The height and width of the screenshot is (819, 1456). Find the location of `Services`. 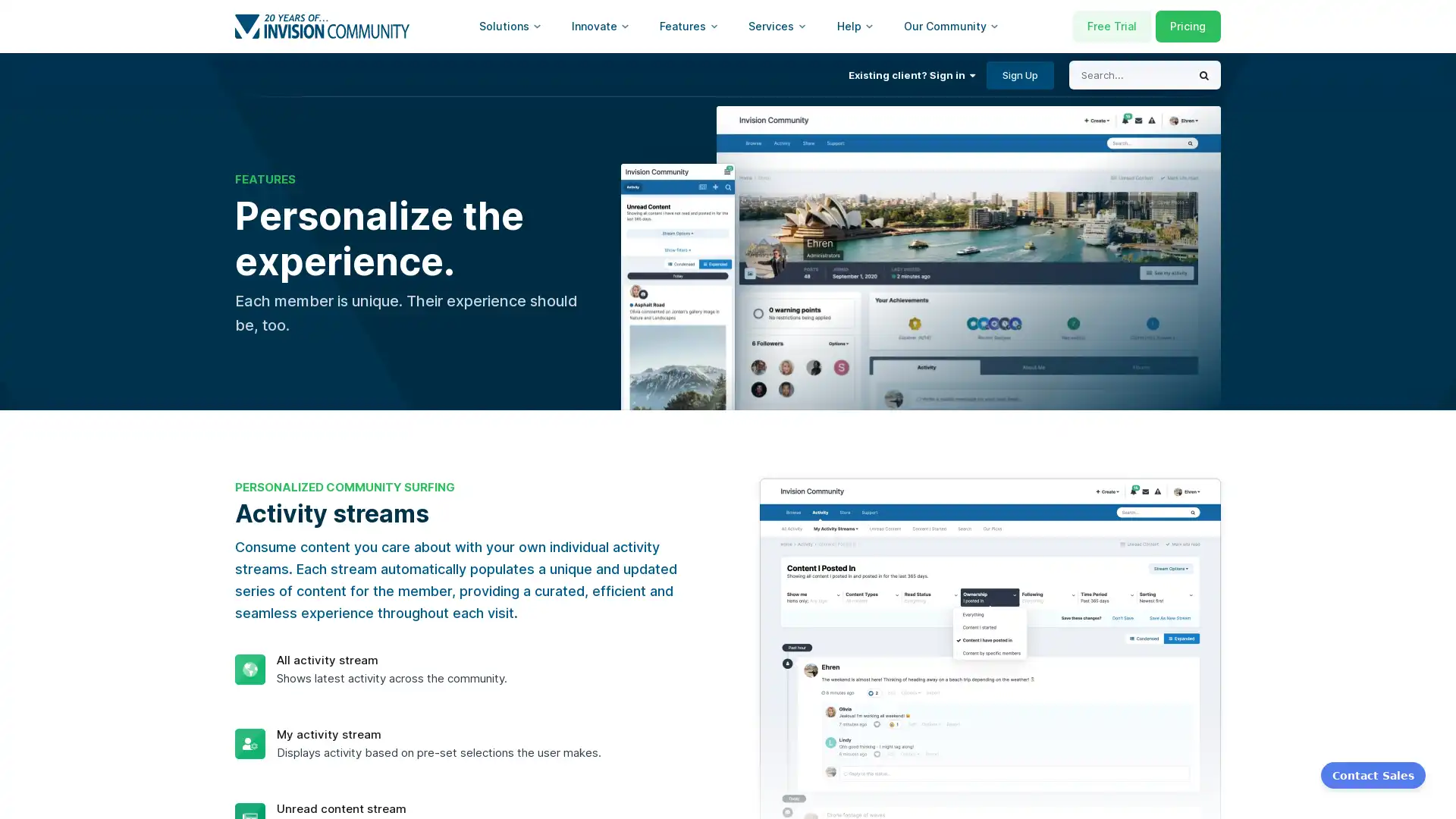

Services is located at coordinates (777, 26).